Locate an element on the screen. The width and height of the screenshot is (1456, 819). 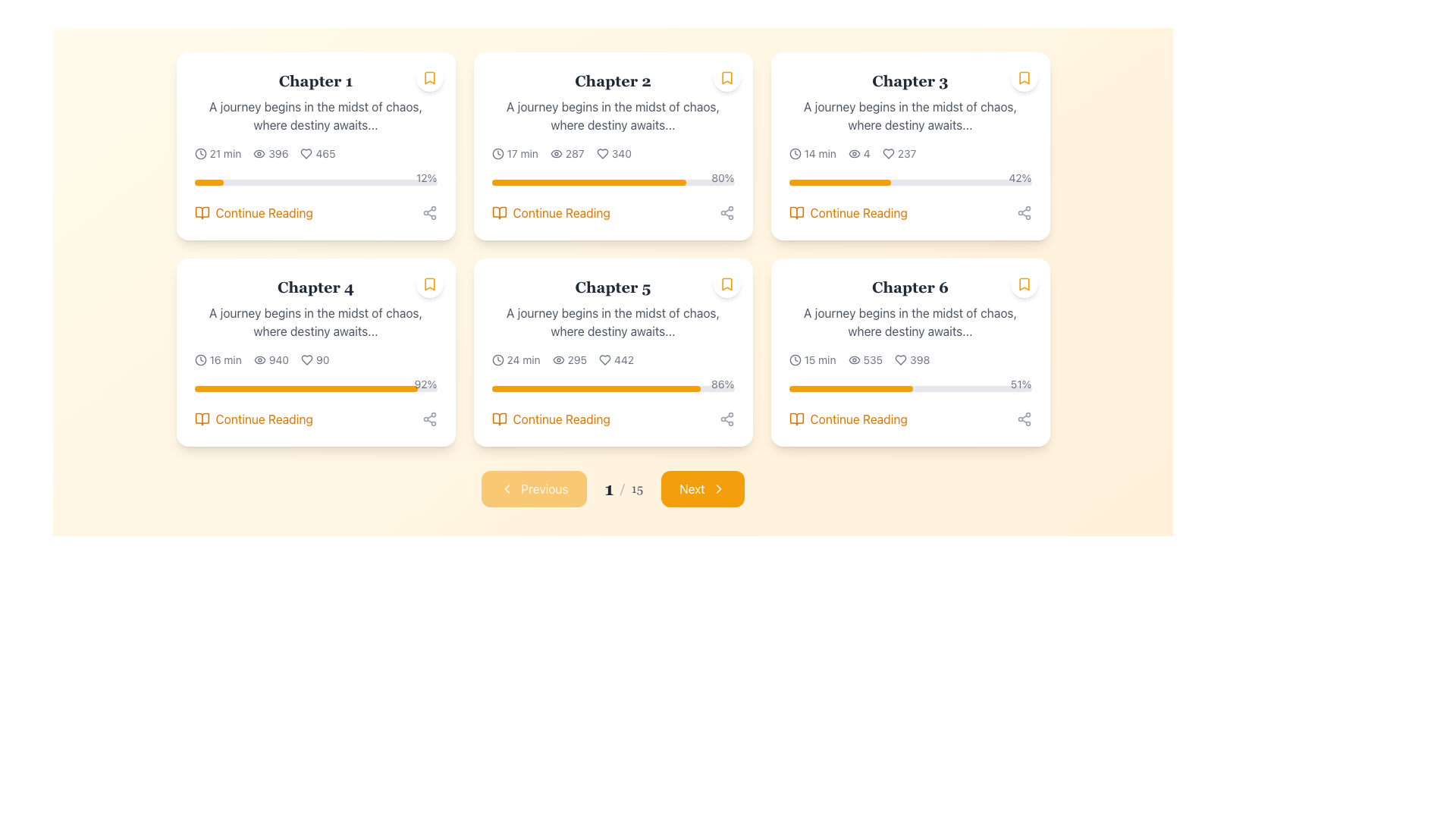
the static text label that communicates the estimated reading time for a chapter, located in the first card of a grid layout is located at coordinates (224, 154).